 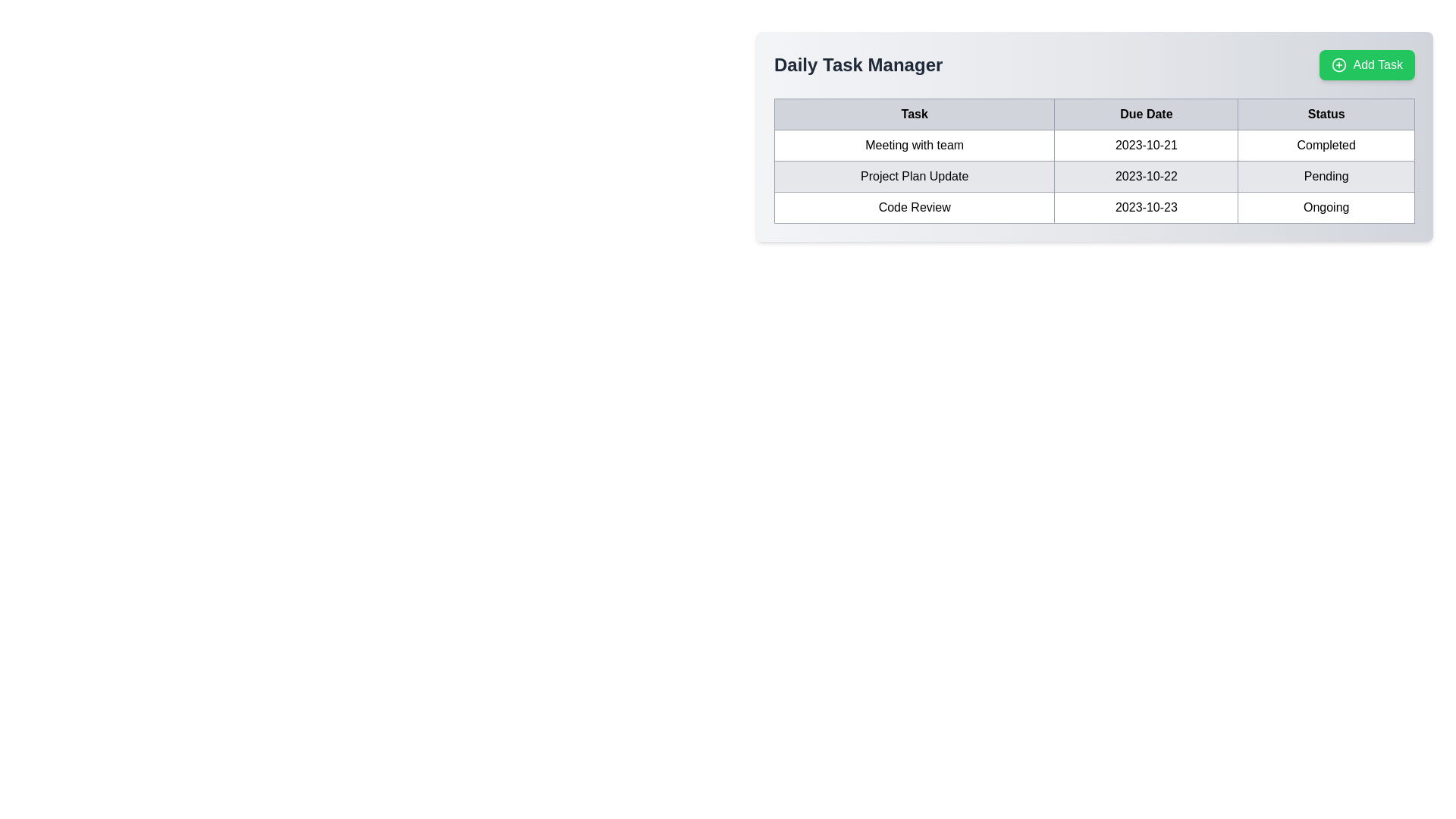 What do you see at coordinates (1146, 146) in the screenshot?
I see `displayed date from the text string showing '2023-10-21' in the 'Due Date' column for the task 'Meeting with team'` at bounding box center [1146, 146].